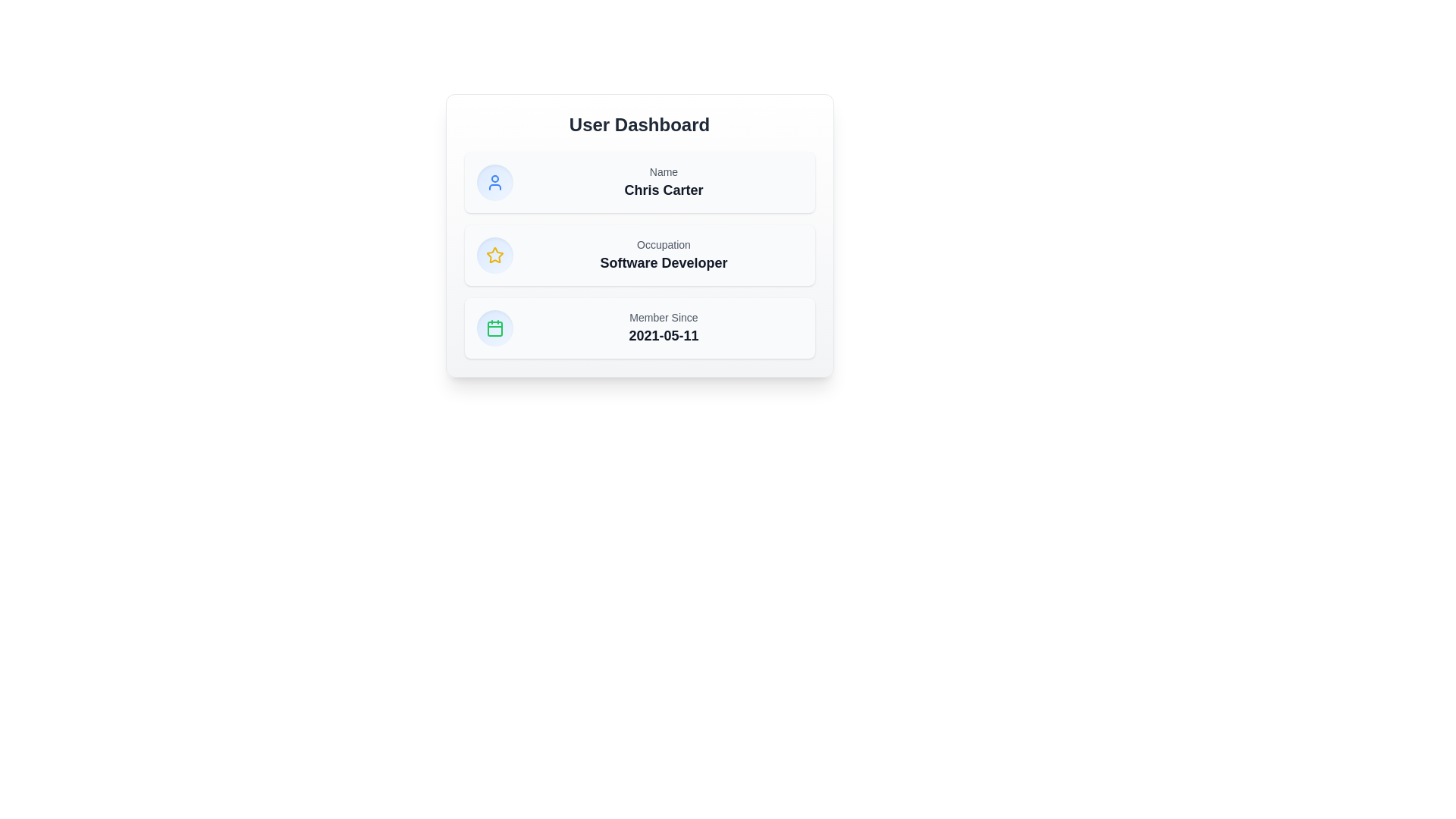  What do you see at coordinates (494, 327) in the screenshot?
I see `the calendar icon with a green outline and white background located at the bottom-left of the last row in the 'Member Since' section` at bounding box center [494, 327].